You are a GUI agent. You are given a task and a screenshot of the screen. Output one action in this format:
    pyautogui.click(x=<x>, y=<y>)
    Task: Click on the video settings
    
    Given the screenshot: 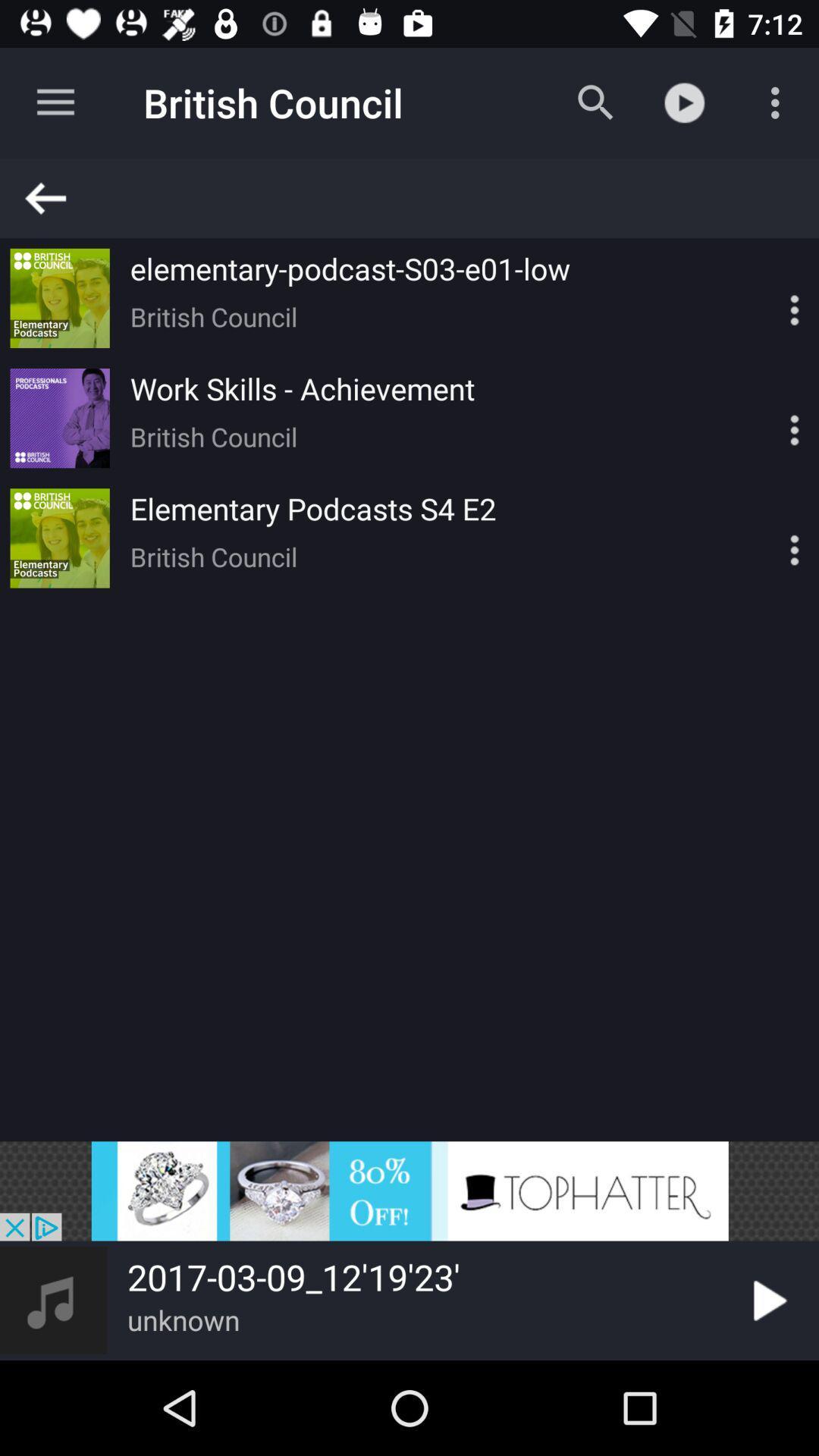 What is the action you would take?
    pyautogui.click(x=768, y=418)
    